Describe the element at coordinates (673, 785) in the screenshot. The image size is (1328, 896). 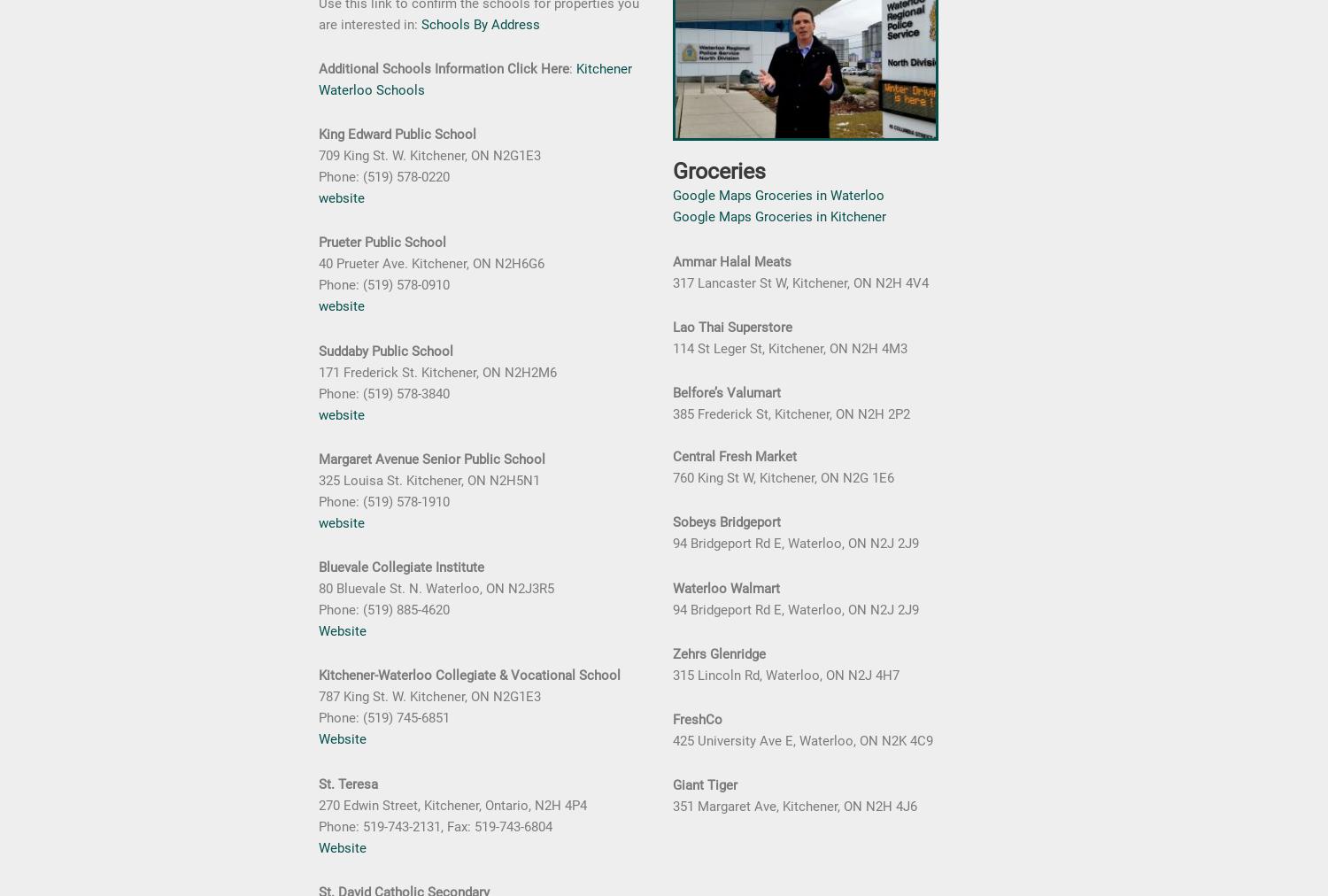
I see `'Giant Tiger'` at that location.